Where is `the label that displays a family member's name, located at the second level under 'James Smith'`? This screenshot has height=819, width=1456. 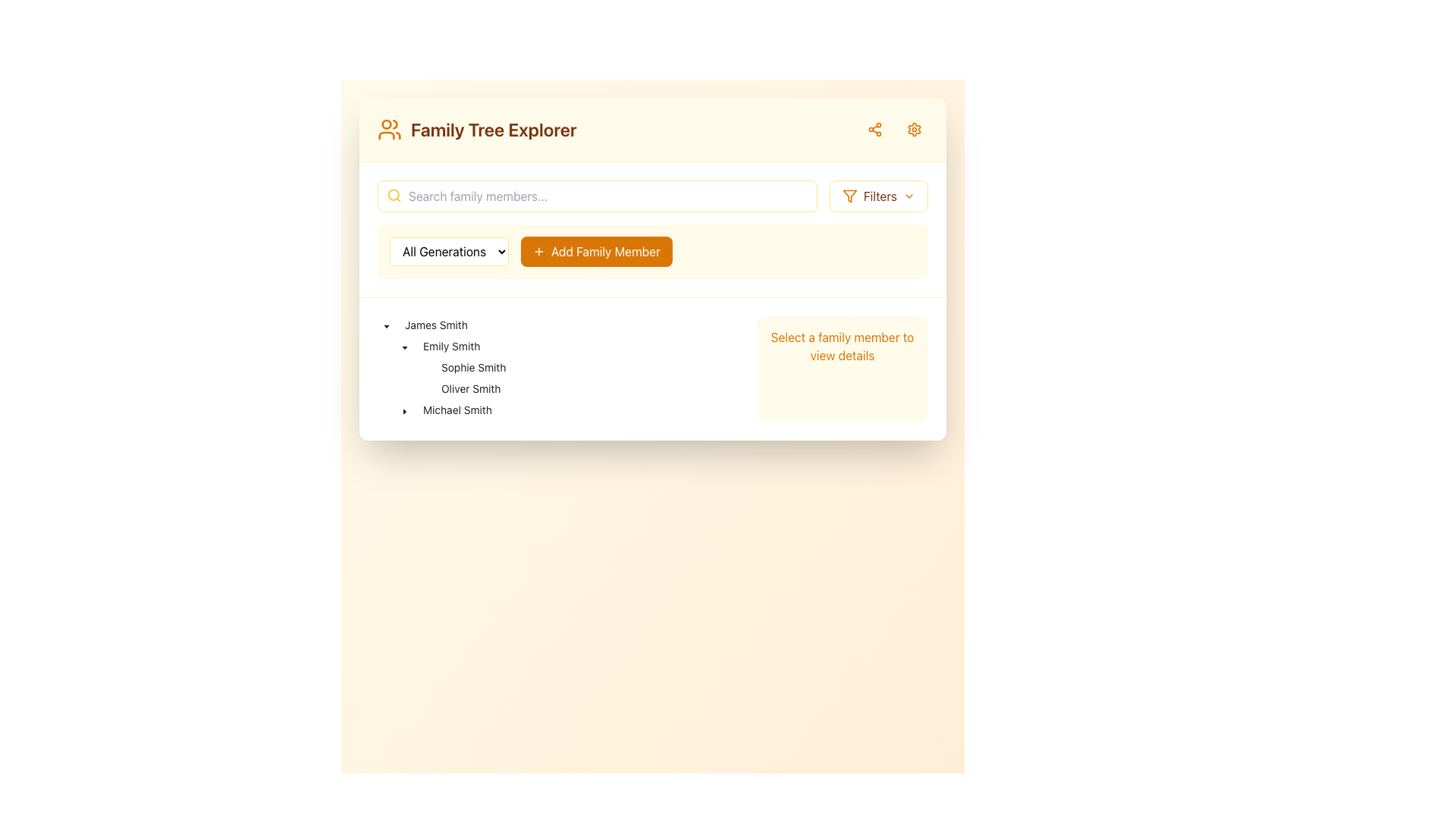
the label that displays a family member's name, located at the second level under 'James Smith' is located at coordinates (450, 346).